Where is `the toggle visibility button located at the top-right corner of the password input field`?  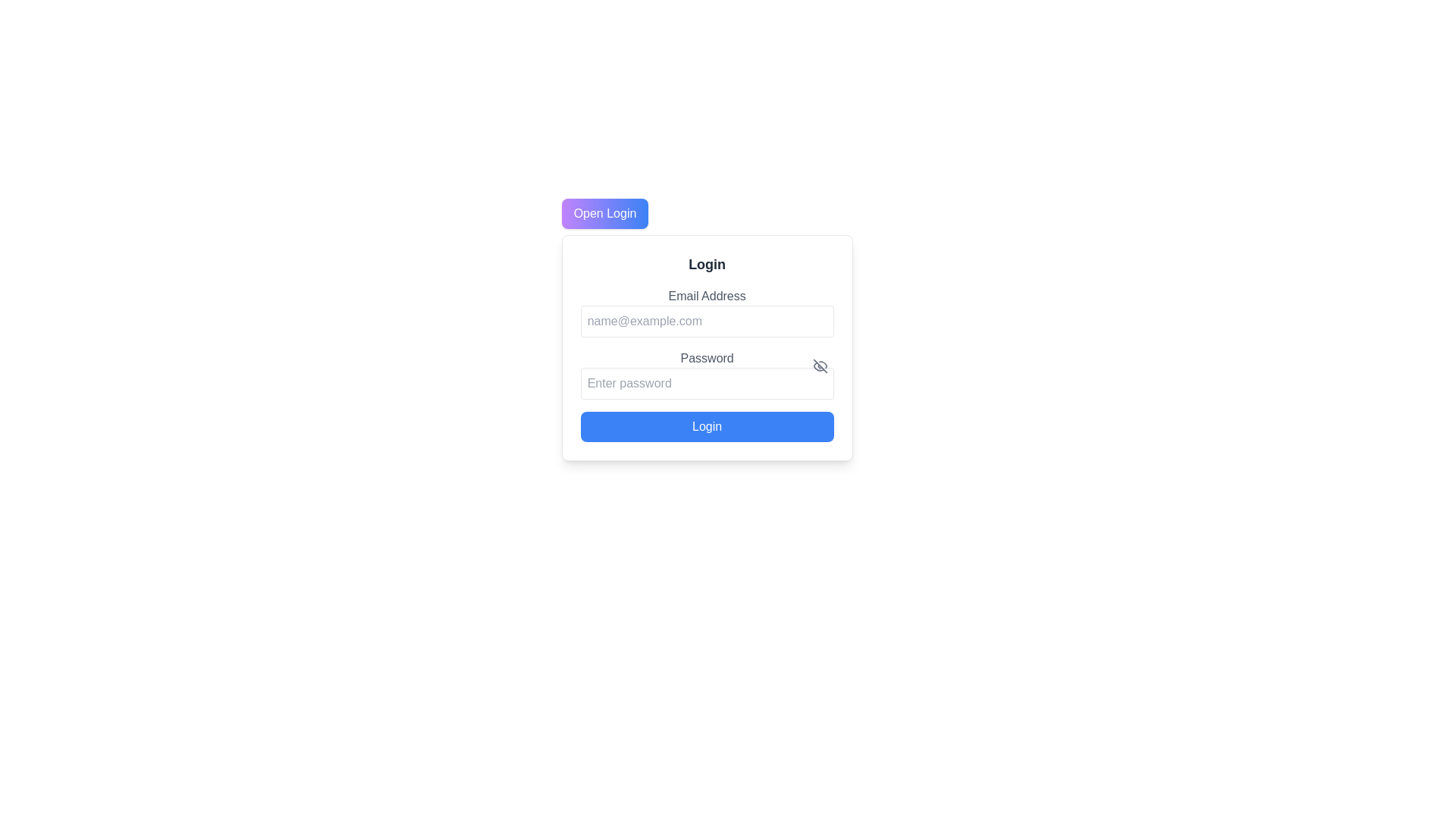 the toggle visibility button located at the top-right corner of the password input field is located at coordinates (819, 366).